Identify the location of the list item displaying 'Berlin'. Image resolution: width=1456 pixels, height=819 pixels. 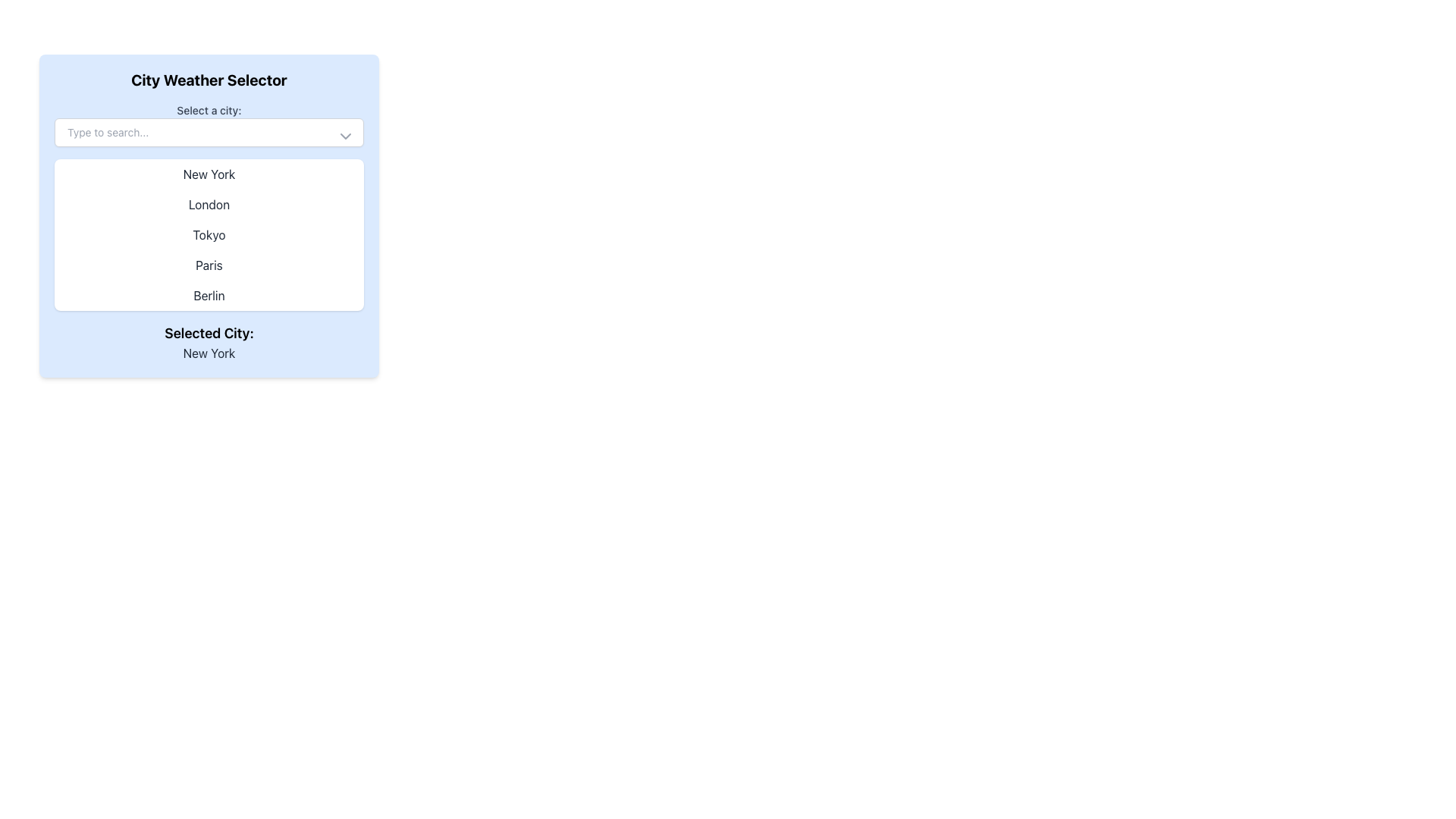
(208, 295).